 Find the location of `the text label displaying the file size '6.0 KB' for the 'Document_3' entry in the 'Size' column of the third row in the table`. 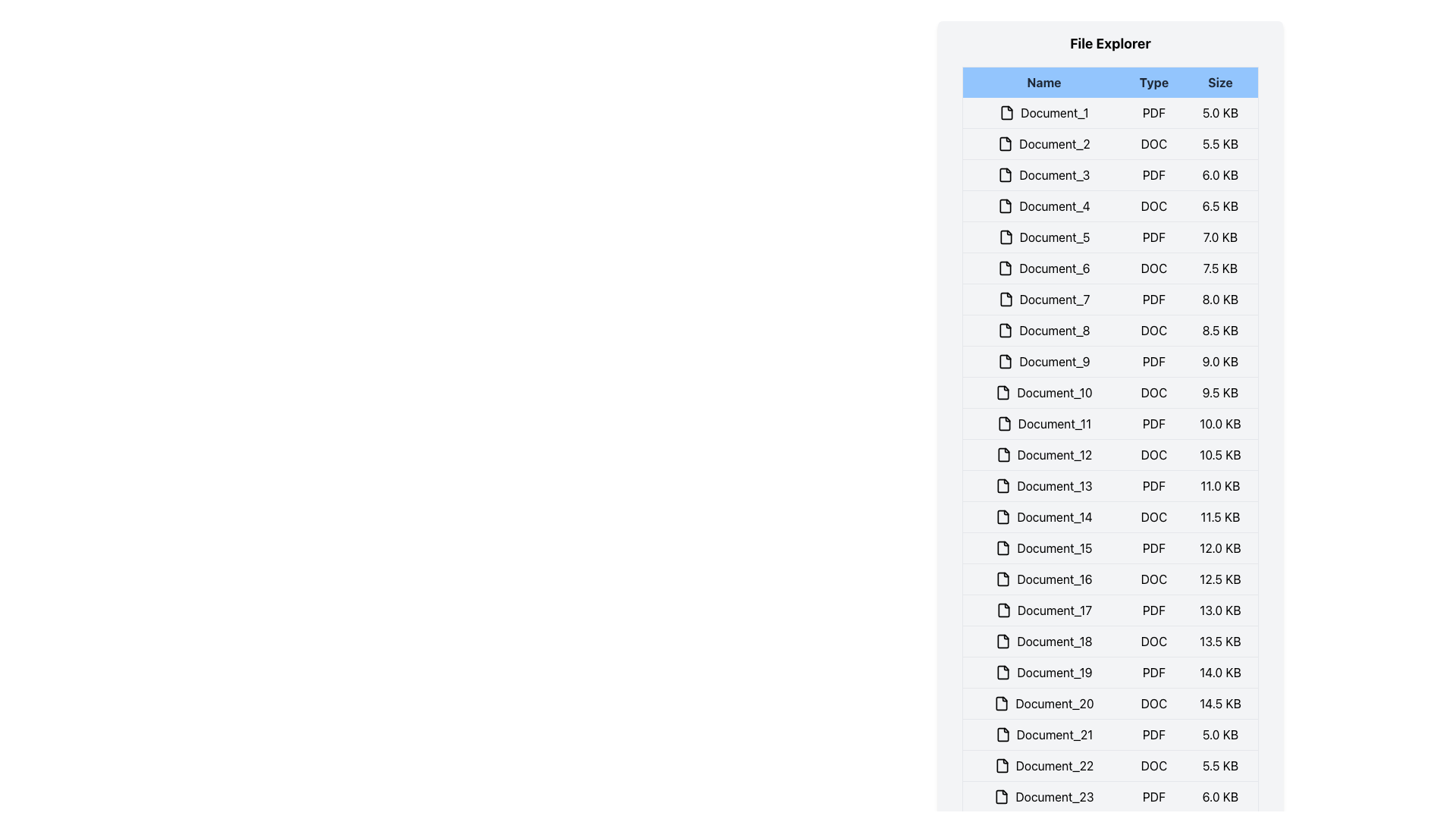

the text label displaying the file size '6.0 KB' for the 'Document_3' entry in the 'Size' column of the third row in the table is located at coordinates (1220, 174).